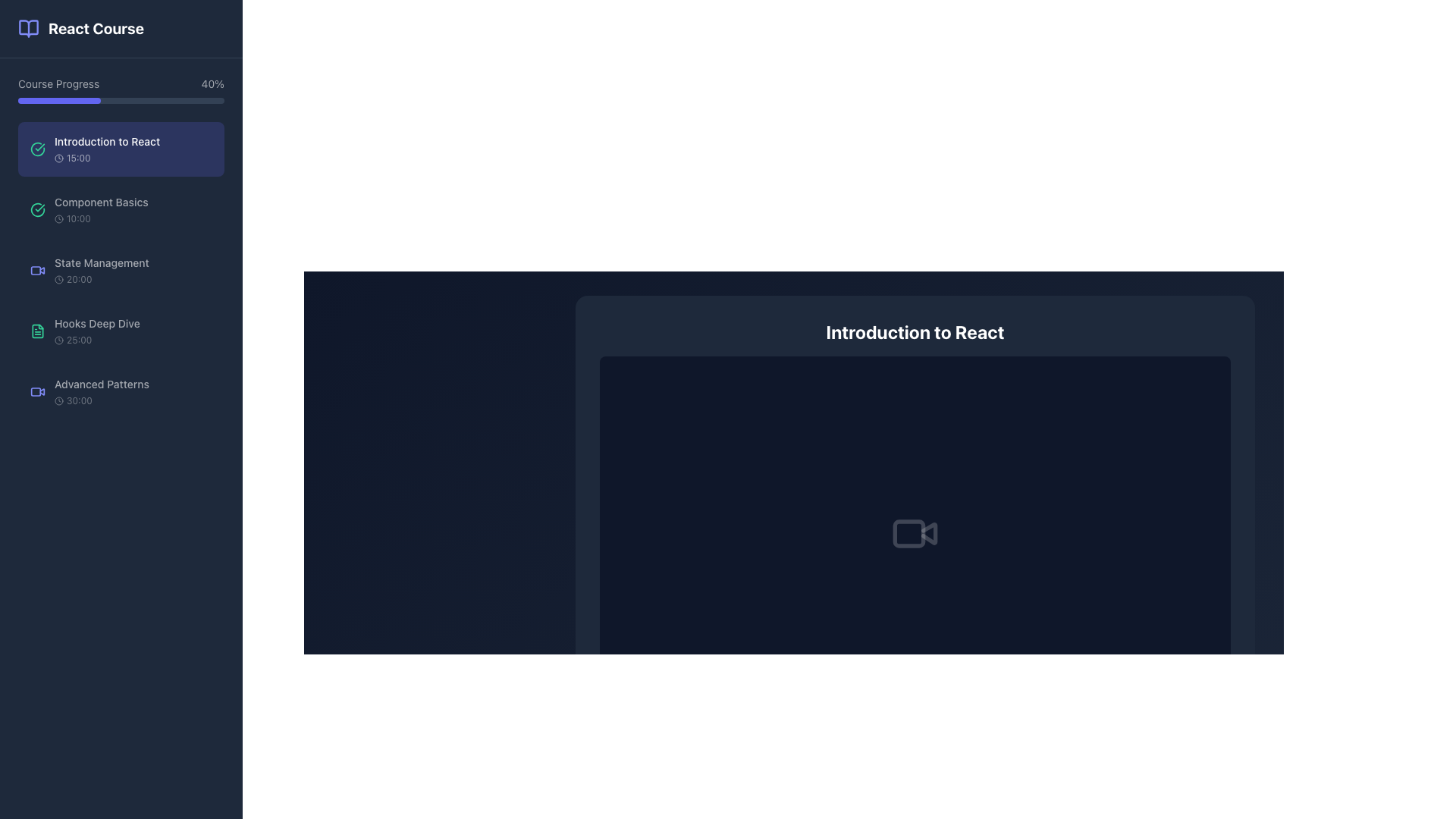 The image size is (1456, 819). Describe the element at coordinates (914, 533) in the screenshot. I see `the minimalistic gray video camera icon, which is centrally located within the dark card titled 'Introduction to React'` at that location.